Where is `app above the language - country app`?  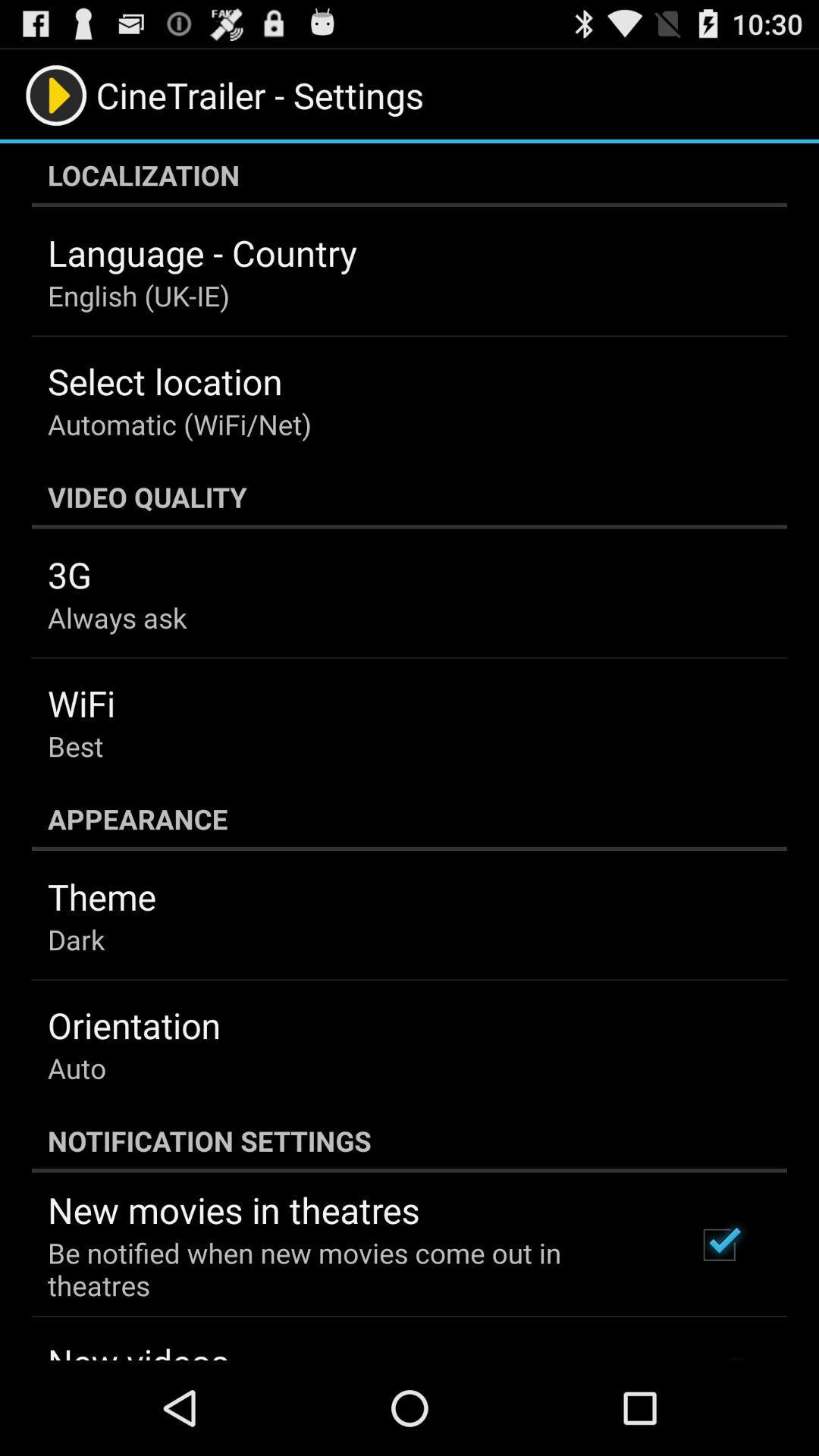
app above the language - country app is located at coordinates (409, 174).